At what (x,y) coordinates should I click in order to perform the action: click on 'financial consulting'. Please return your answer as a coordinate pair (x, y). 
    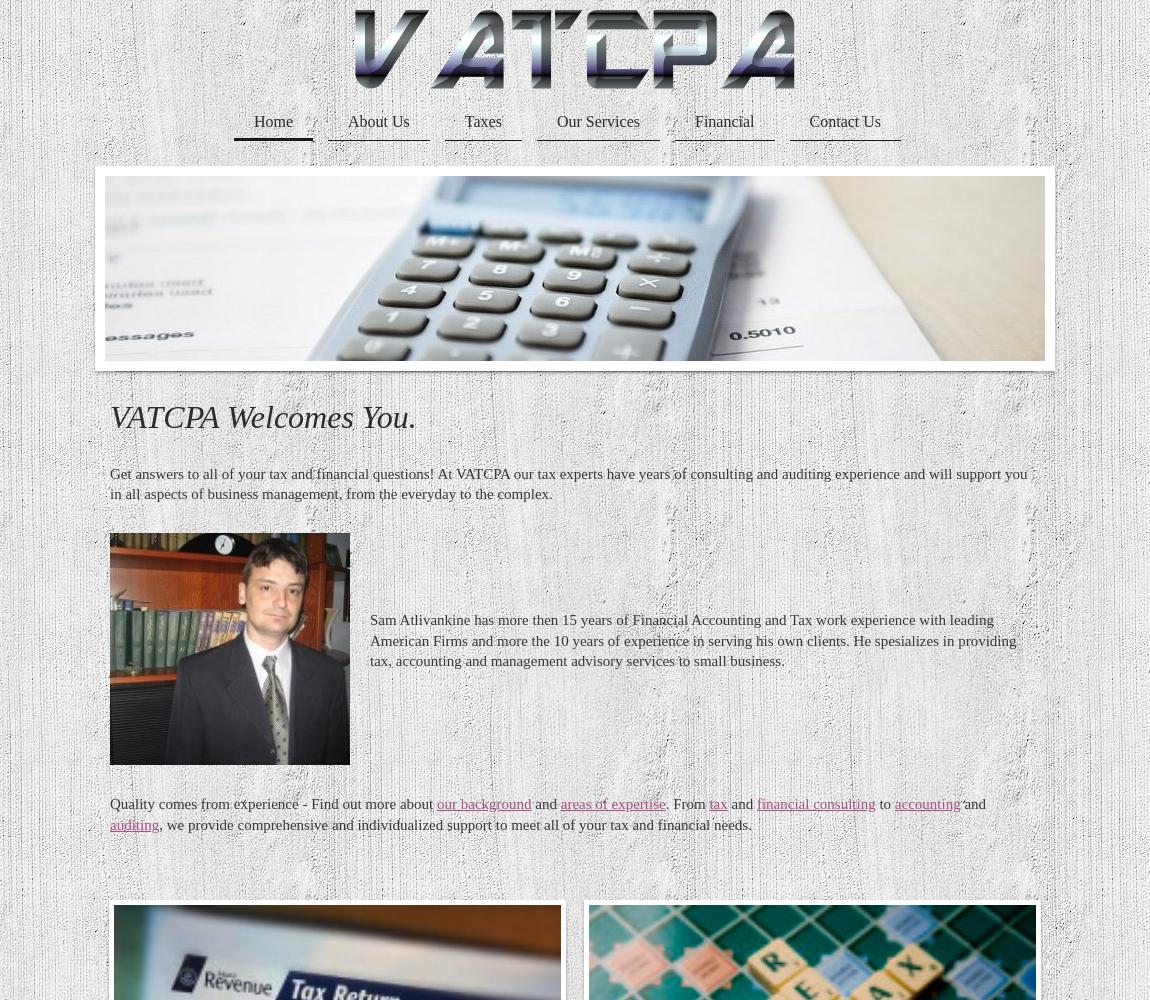
    Looking at the image, I should click on (814, 804).